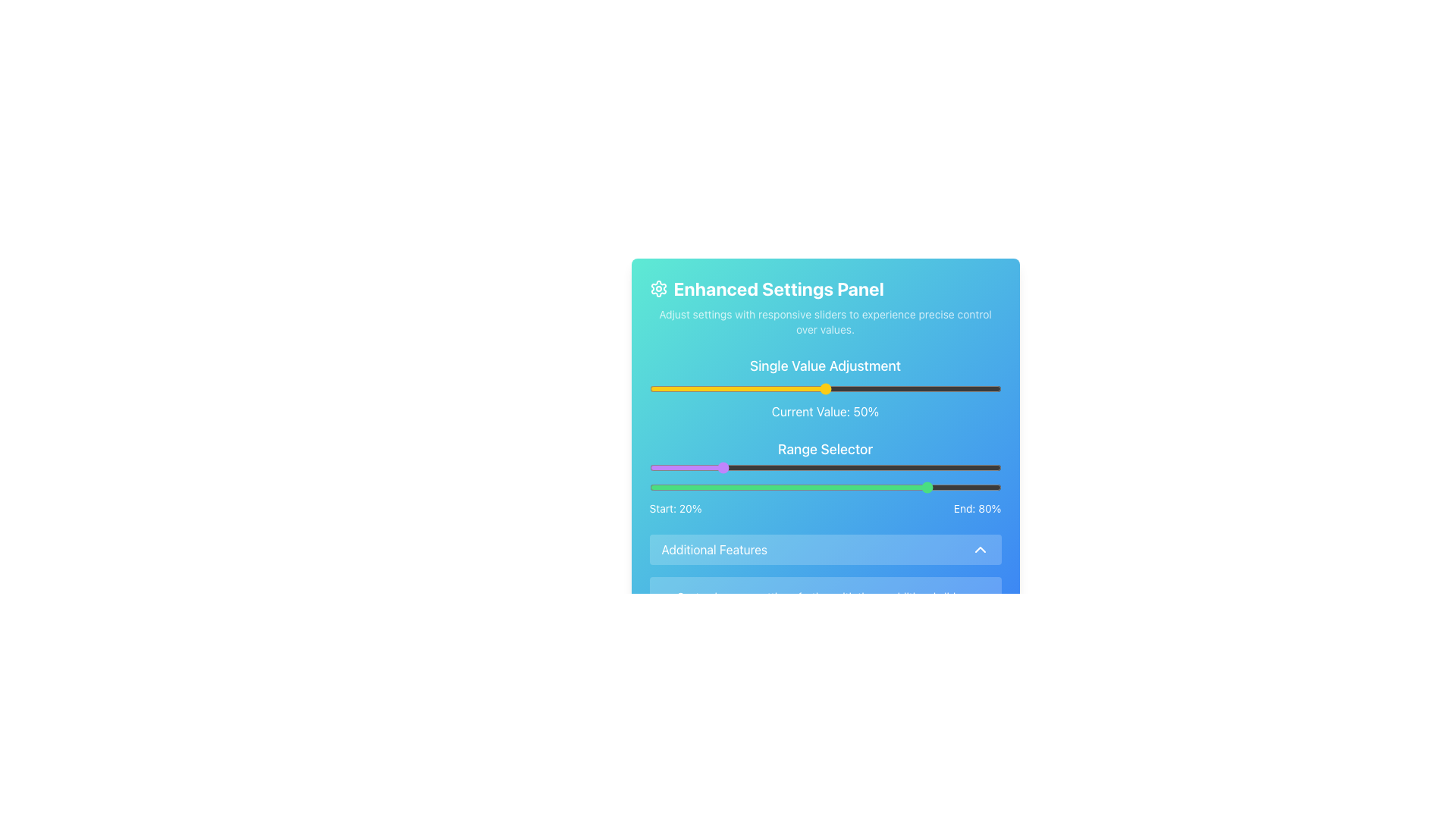  I want to click on the range slider, so click(937, 467).